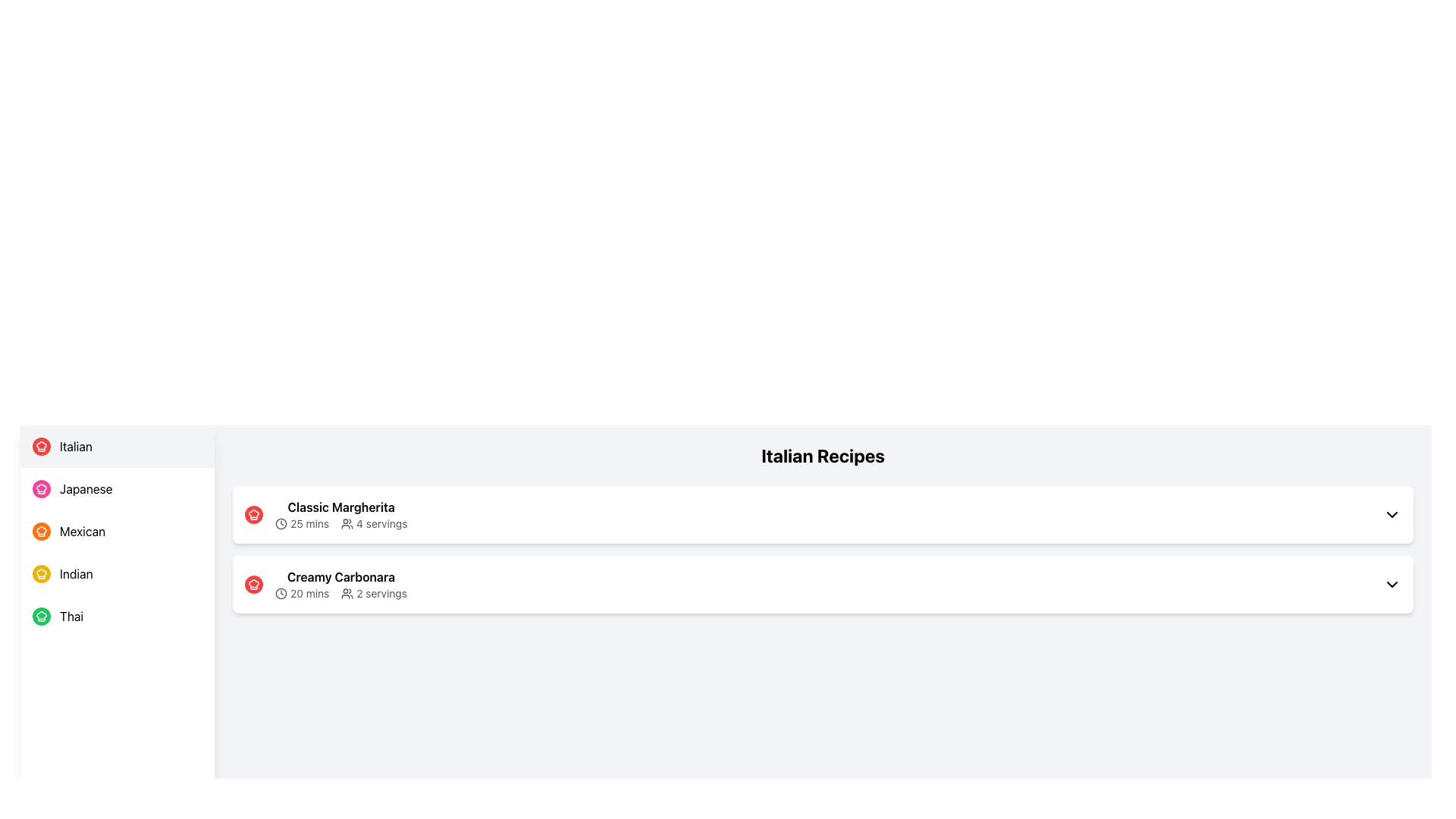 The height and width of the screenshot is (819, 1456). I want to click on the icon representing multiple users or groups, which is positioned to the left of the servings text, so click(347, 522).